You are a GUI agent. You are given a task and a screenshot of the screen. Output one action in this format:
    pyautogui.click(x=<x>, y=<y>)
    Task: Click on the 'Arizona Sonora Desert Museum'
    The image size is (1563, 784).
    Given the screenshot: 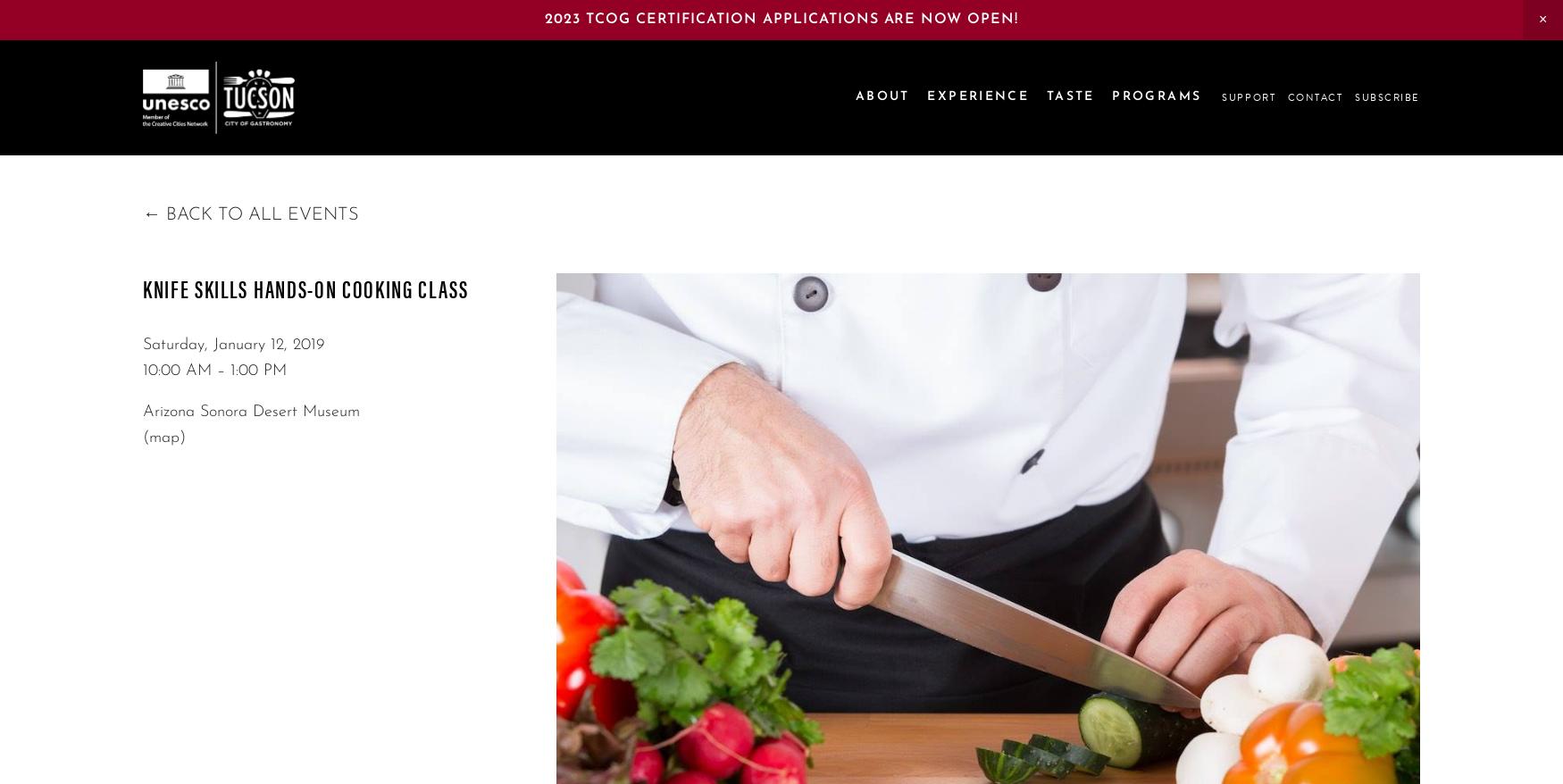 What is the action you would take?
    pyautogui.click(x=250, y=410)
    